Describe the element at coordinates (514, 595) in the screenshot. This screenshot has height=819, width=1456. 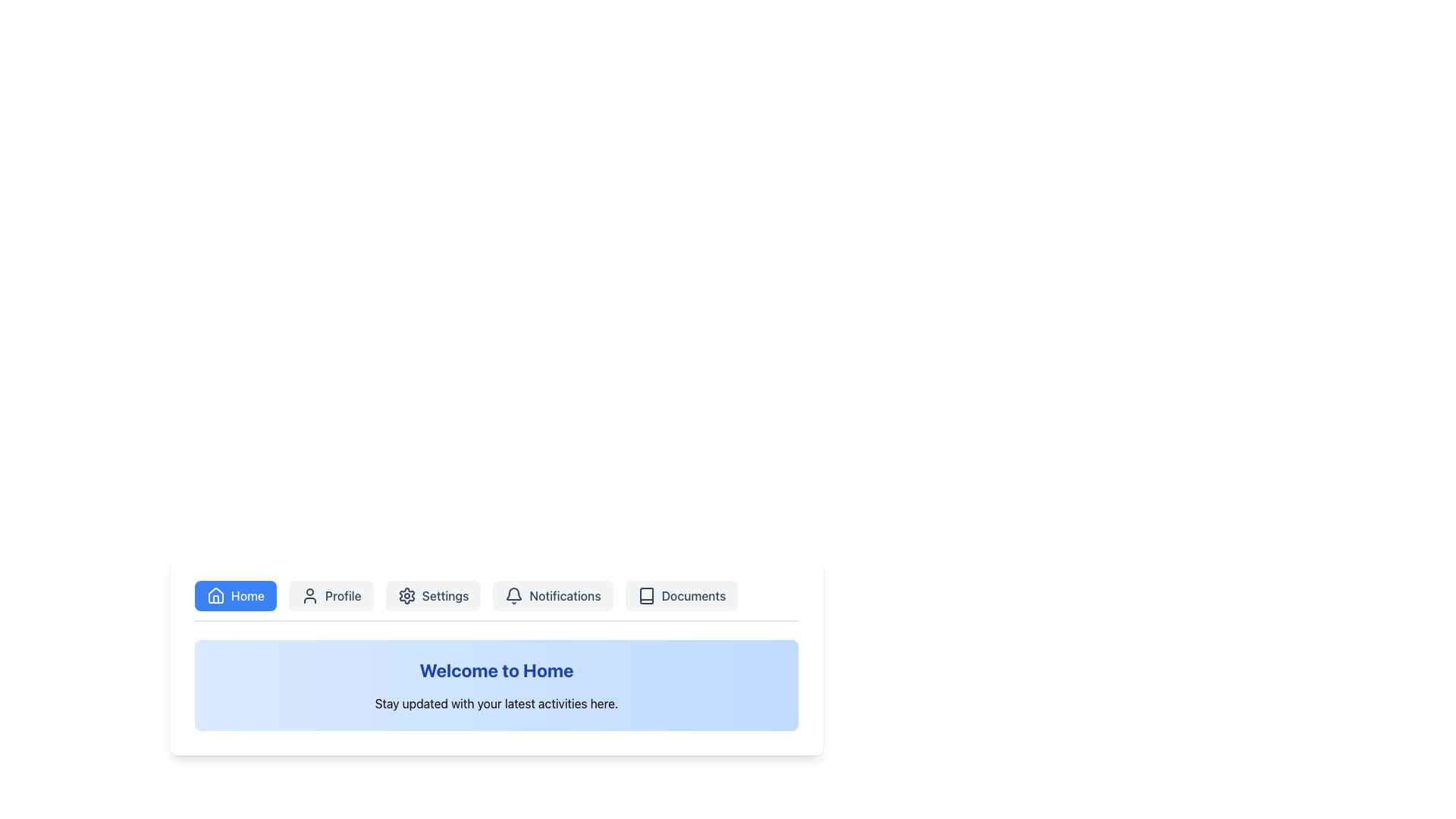
I see `the bell icon inside the 'Notifications' button, which is the fourth element in the top navigation bar, characterized by its stroke outline style and light background with a hover effect` at that location.